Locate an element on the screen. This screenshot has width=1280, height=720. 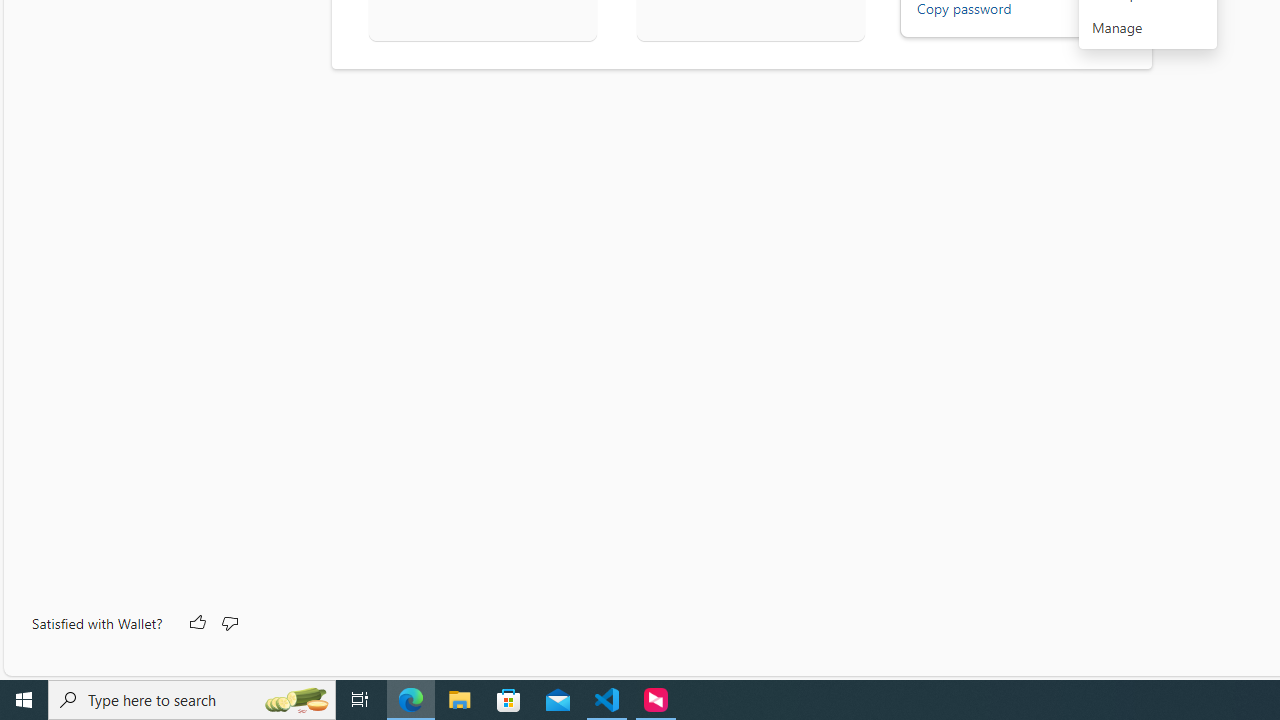
'Like' is located at coordinates (197, 622).